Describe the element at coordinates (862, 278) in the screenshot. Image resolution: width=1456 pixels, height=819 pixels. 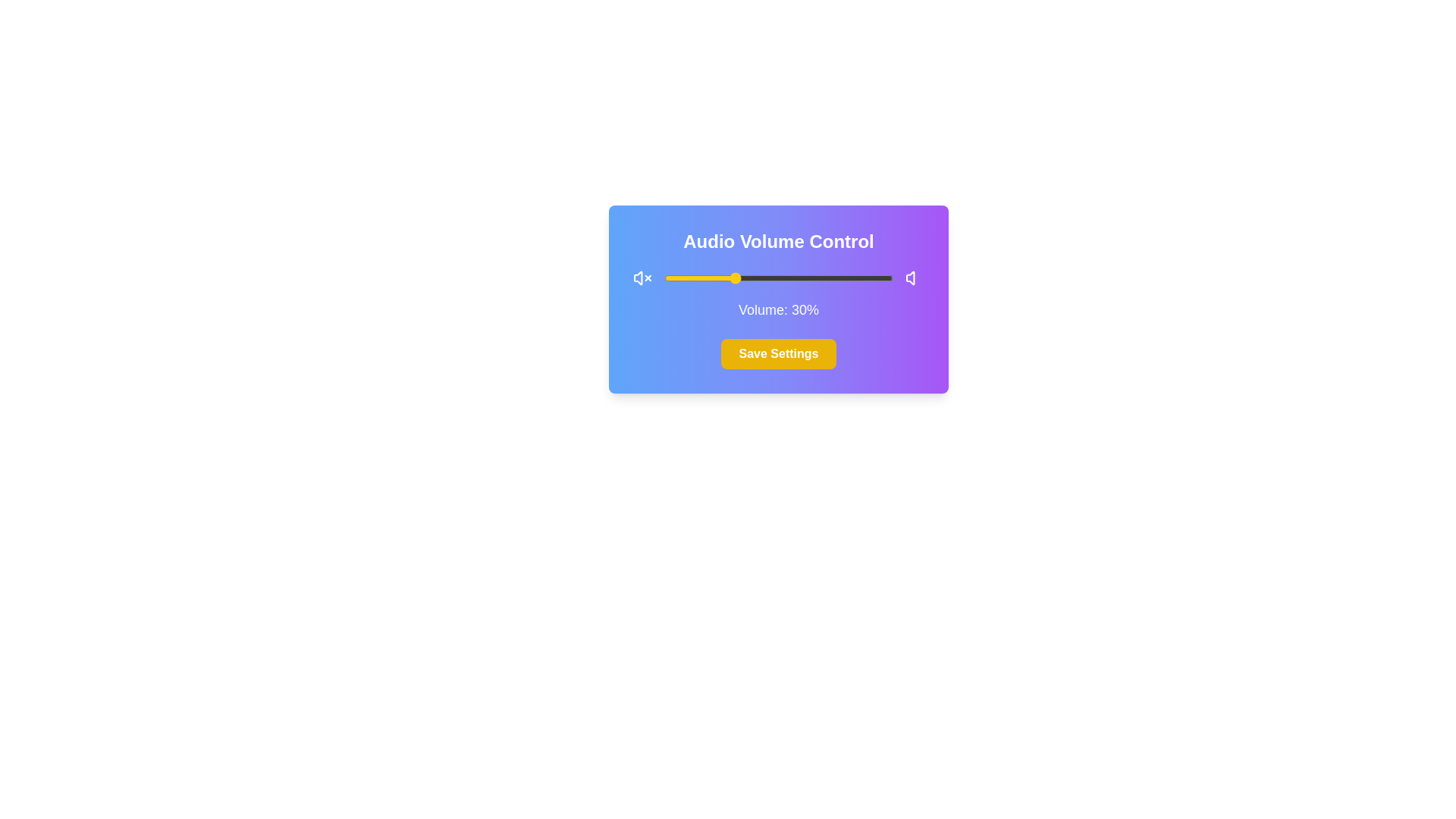
I see `the volume slider to 87 percent` at that location.